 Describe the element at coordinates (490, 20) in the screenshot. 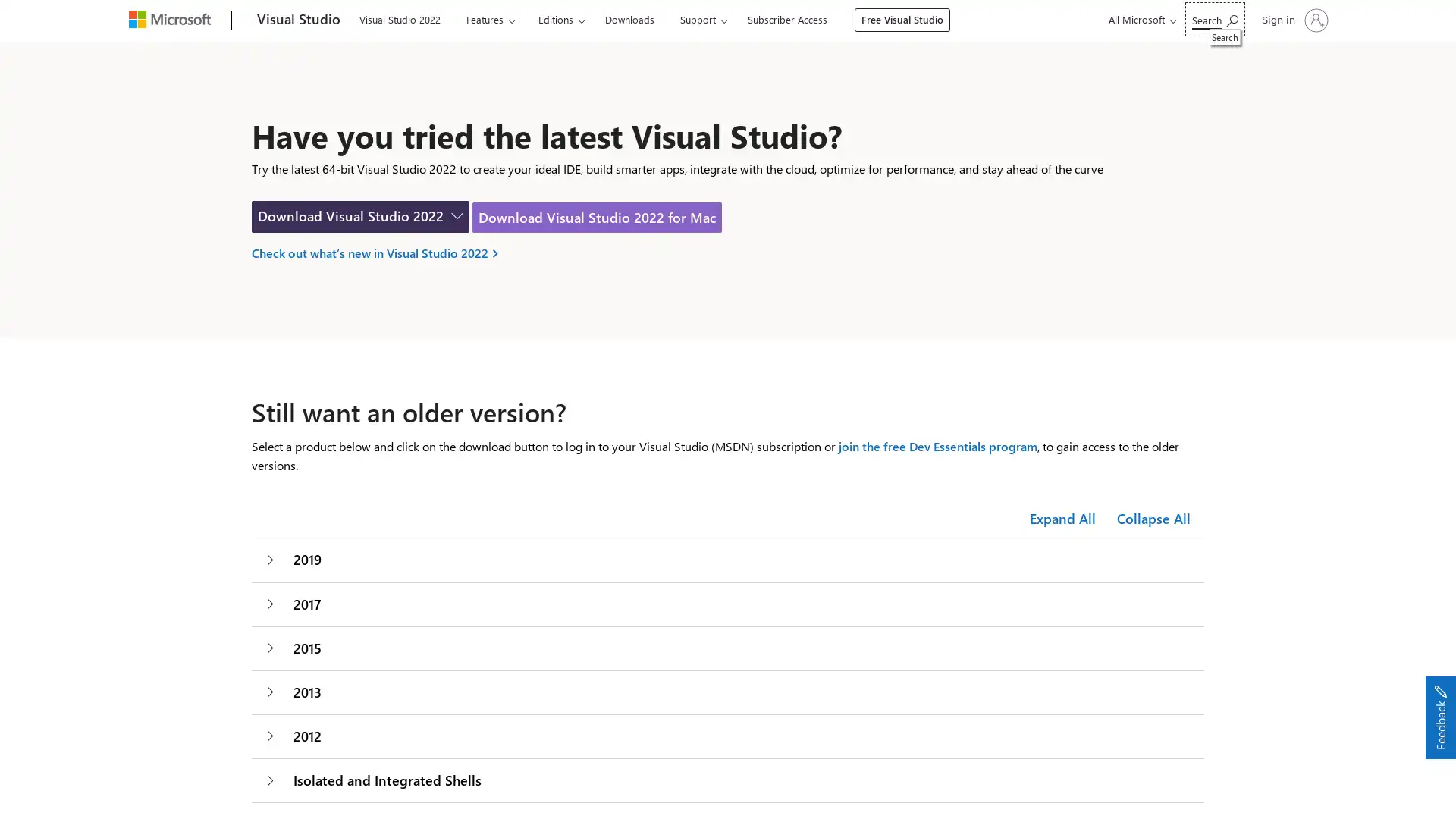

I see `Features` at that location.